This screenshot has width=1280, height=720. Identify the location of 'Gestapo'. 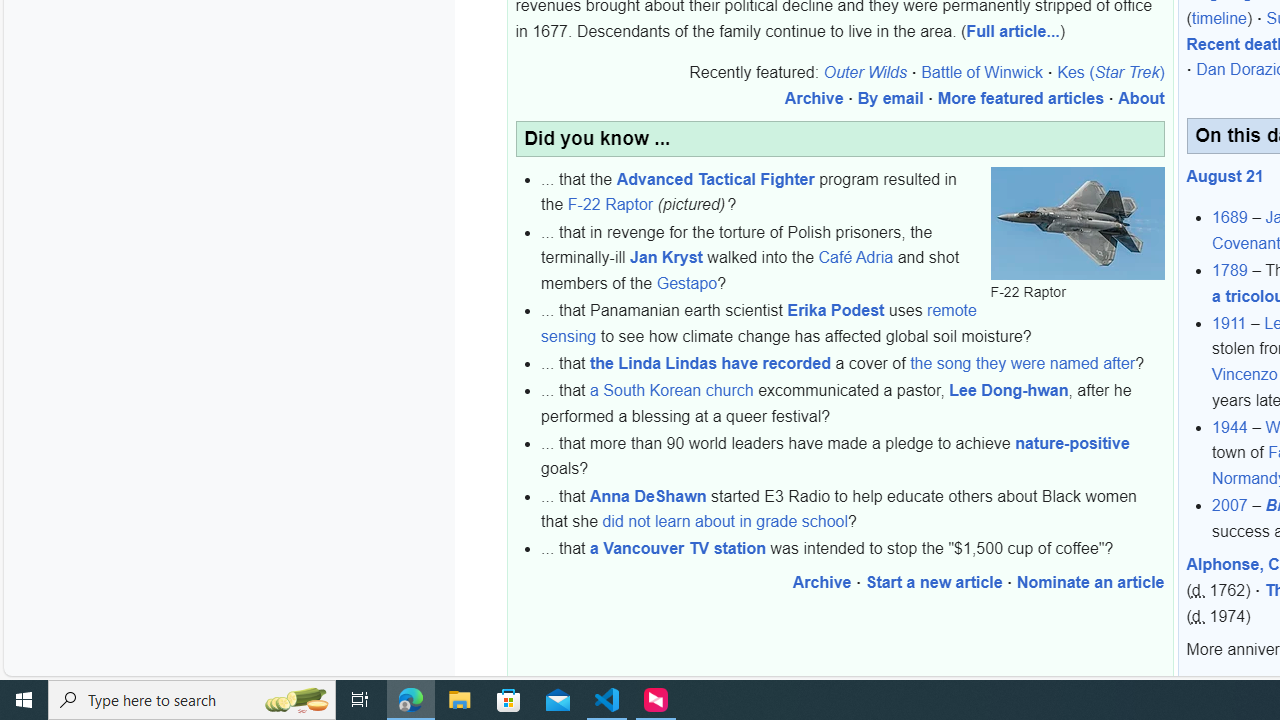
(686, 283).